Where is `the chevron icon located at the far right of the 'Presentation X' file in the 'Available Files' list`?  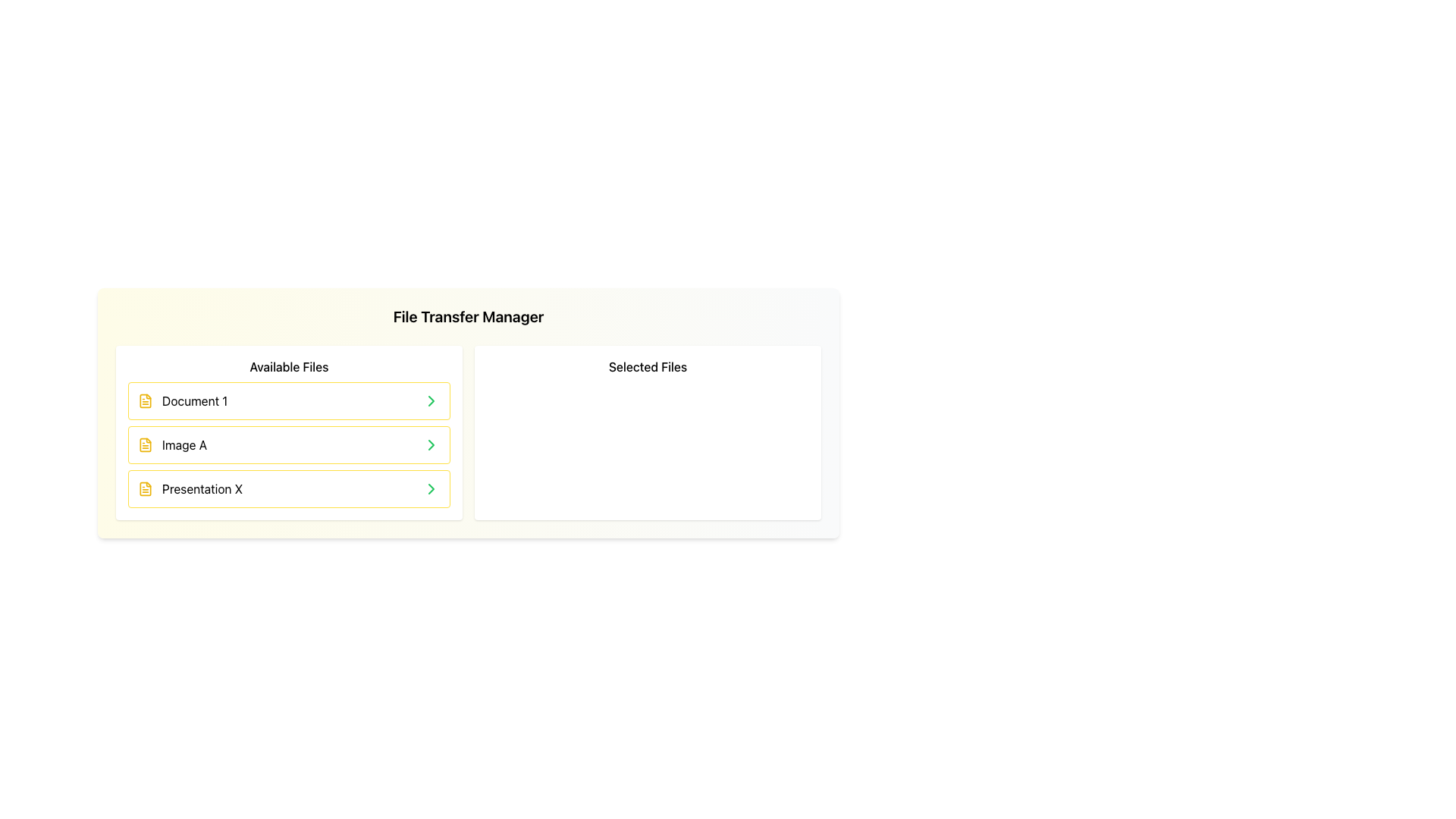 the chevron icon located at the far right of the 'Presentation X' file in the 'Available Files' list is located at coordinates (431, 488).